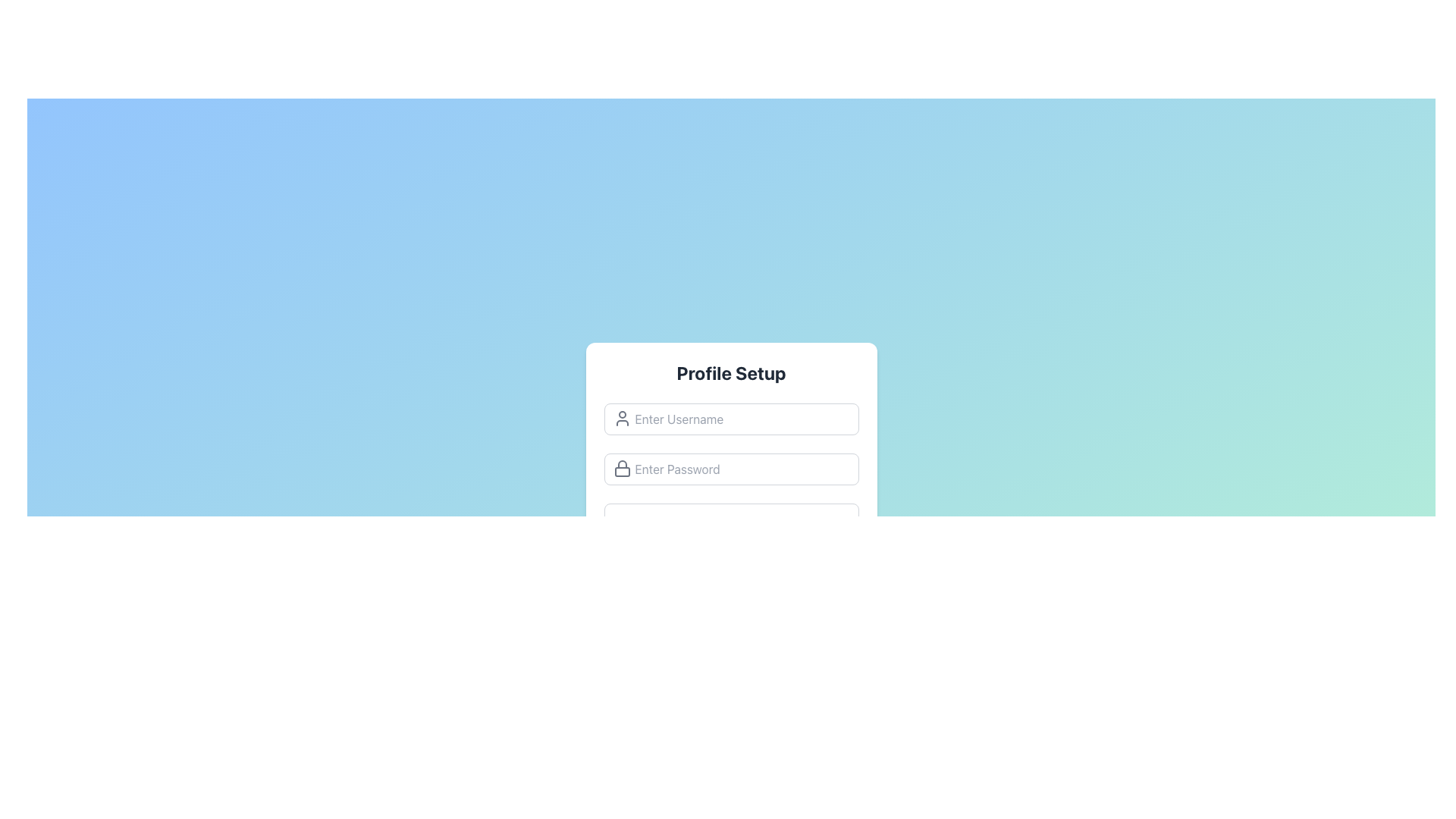 This screenshot has height=819, width=1456. Describe the element at coordinates (622, 463) in the screenshot. I see `the decorative shackle element of the lock icon located to the left of the 'Enter Password' text input field in the 'Profile Setup' form` at that location.